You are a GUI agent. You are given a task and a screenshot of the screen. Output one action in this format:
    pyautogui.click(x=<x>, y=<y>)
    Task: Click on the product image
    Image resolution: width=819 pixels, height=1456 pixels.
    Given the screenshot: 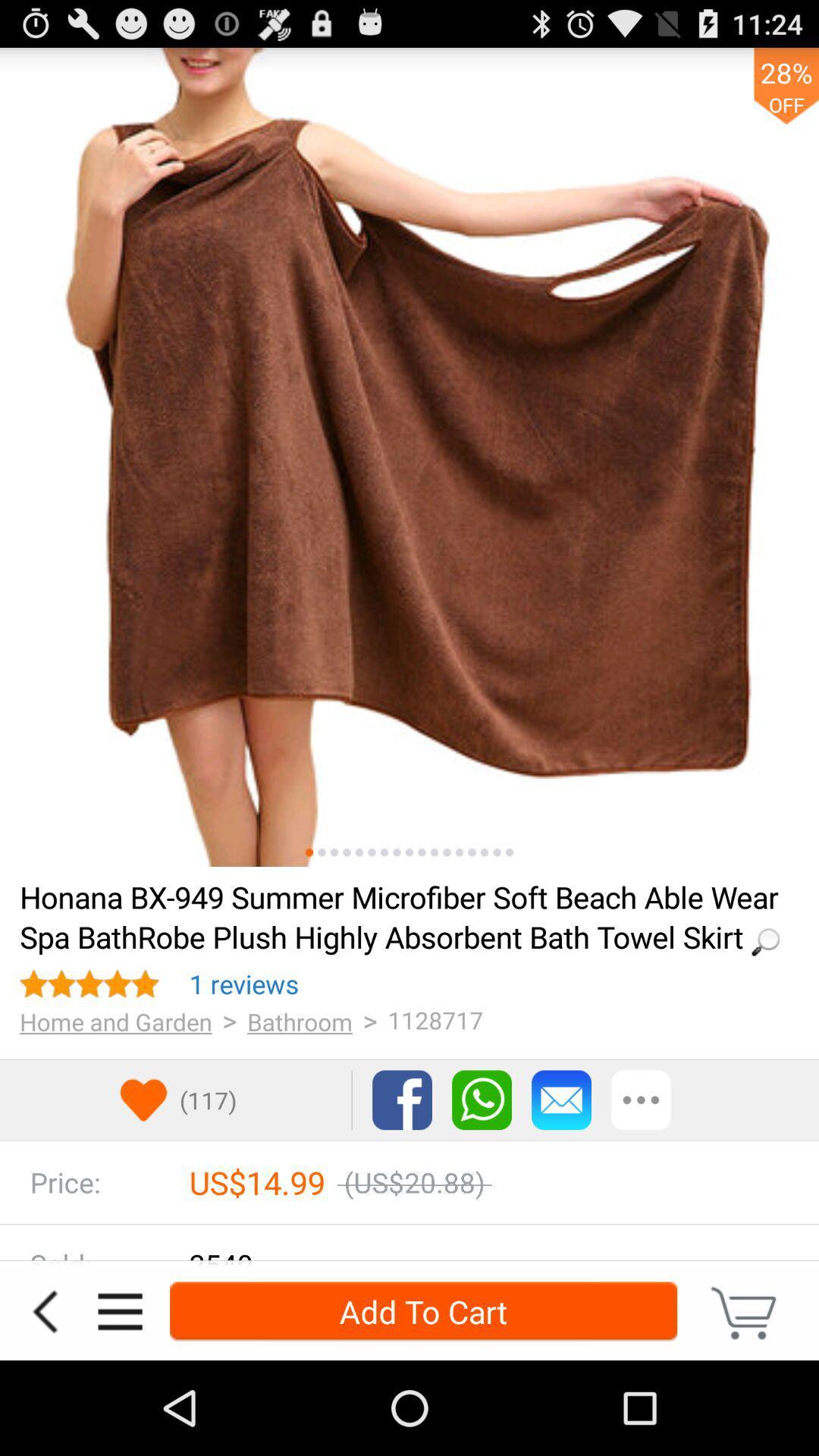 What is the action you would take?
    pyautogui.click(x=359, y=852)
    